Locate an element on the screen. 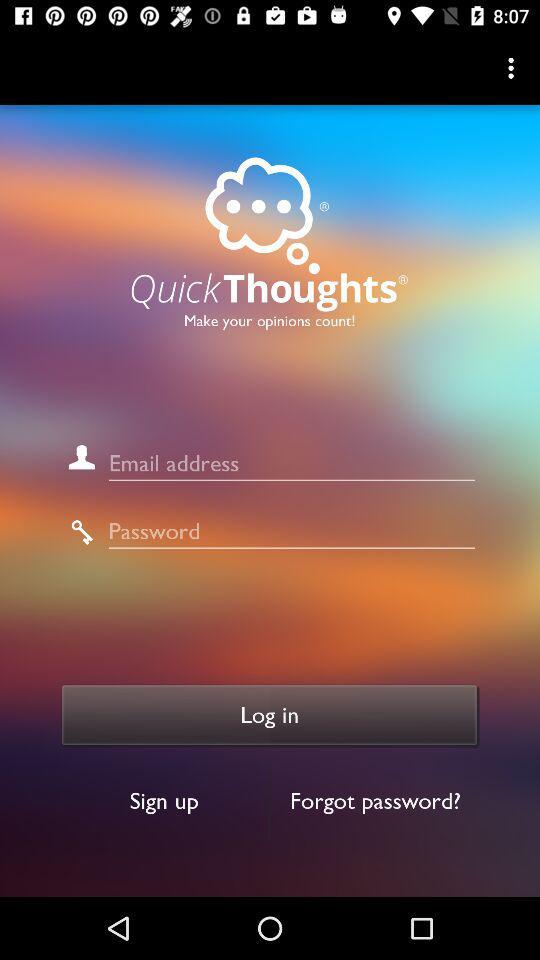 The width and height of the screenshot is (540, 960). the item below log in item is located at coordinates (375, 801).